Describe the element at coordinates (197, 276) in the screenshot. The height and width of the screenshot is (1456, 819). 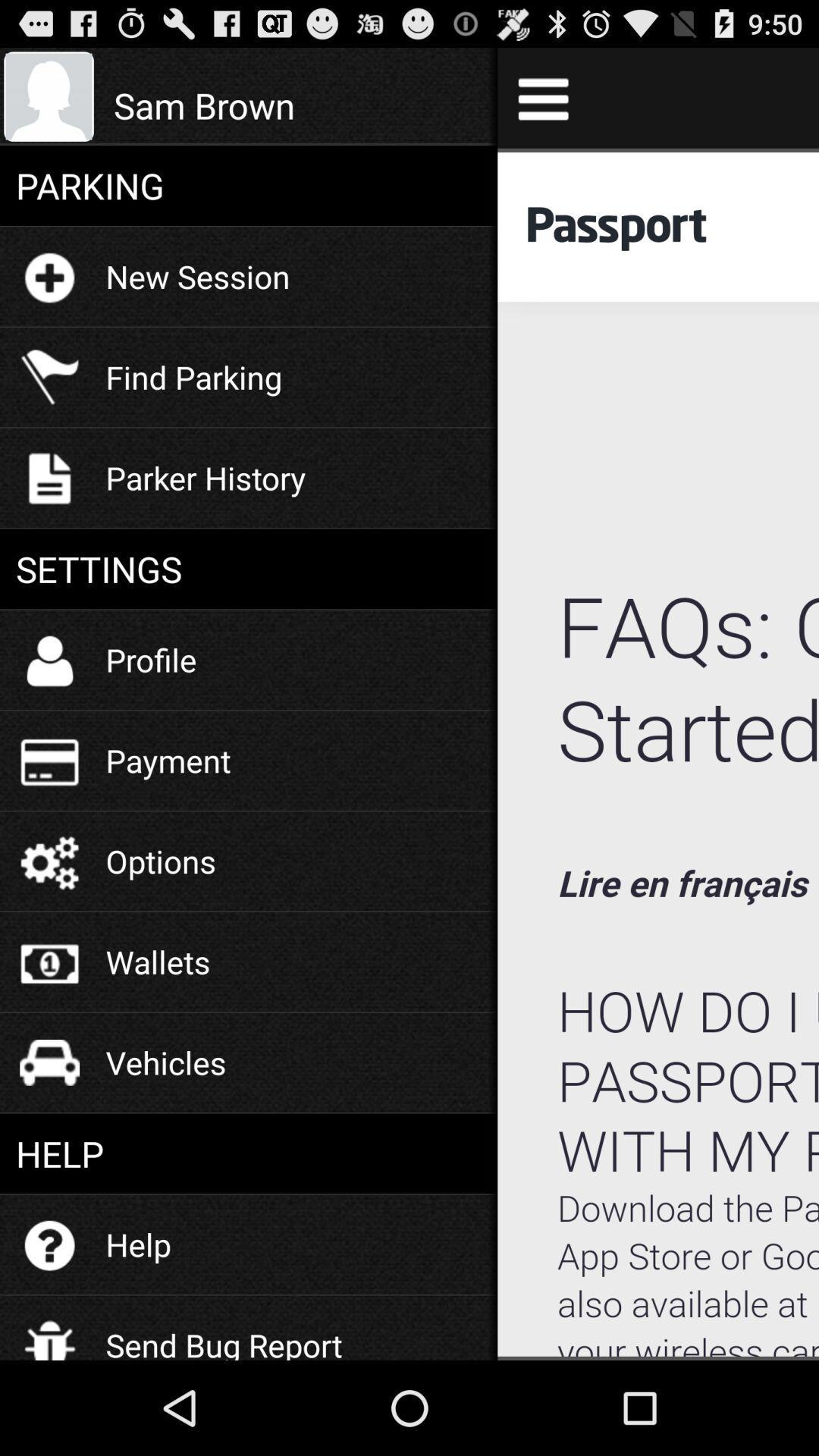
I see `the new session` at that location.